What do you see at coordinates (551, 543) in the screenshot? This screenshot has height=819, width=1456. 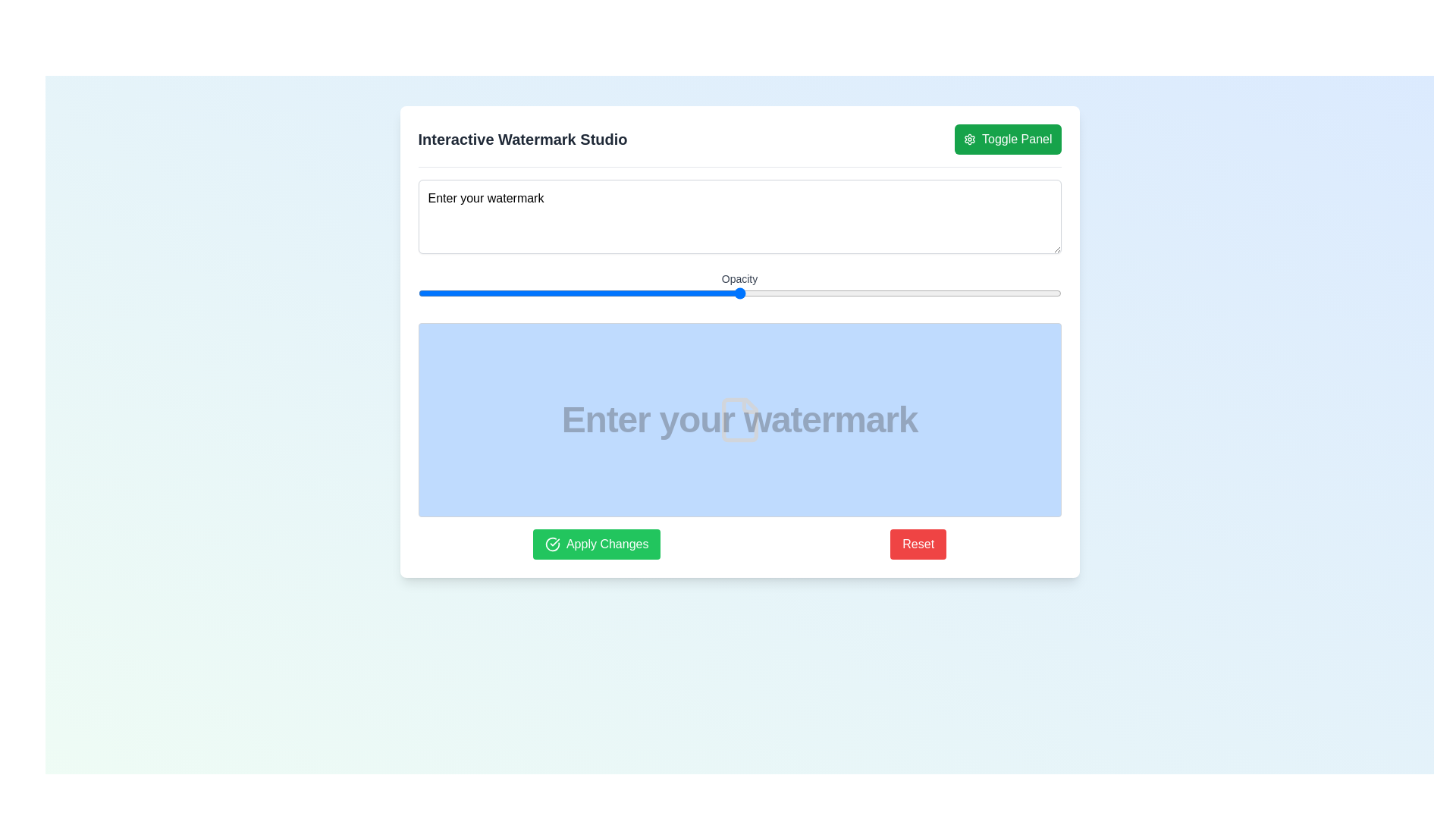 I see `the check mark icon within the green 'Apply Changes' button, which indicates a completion state` at bounding box center [551, 543].